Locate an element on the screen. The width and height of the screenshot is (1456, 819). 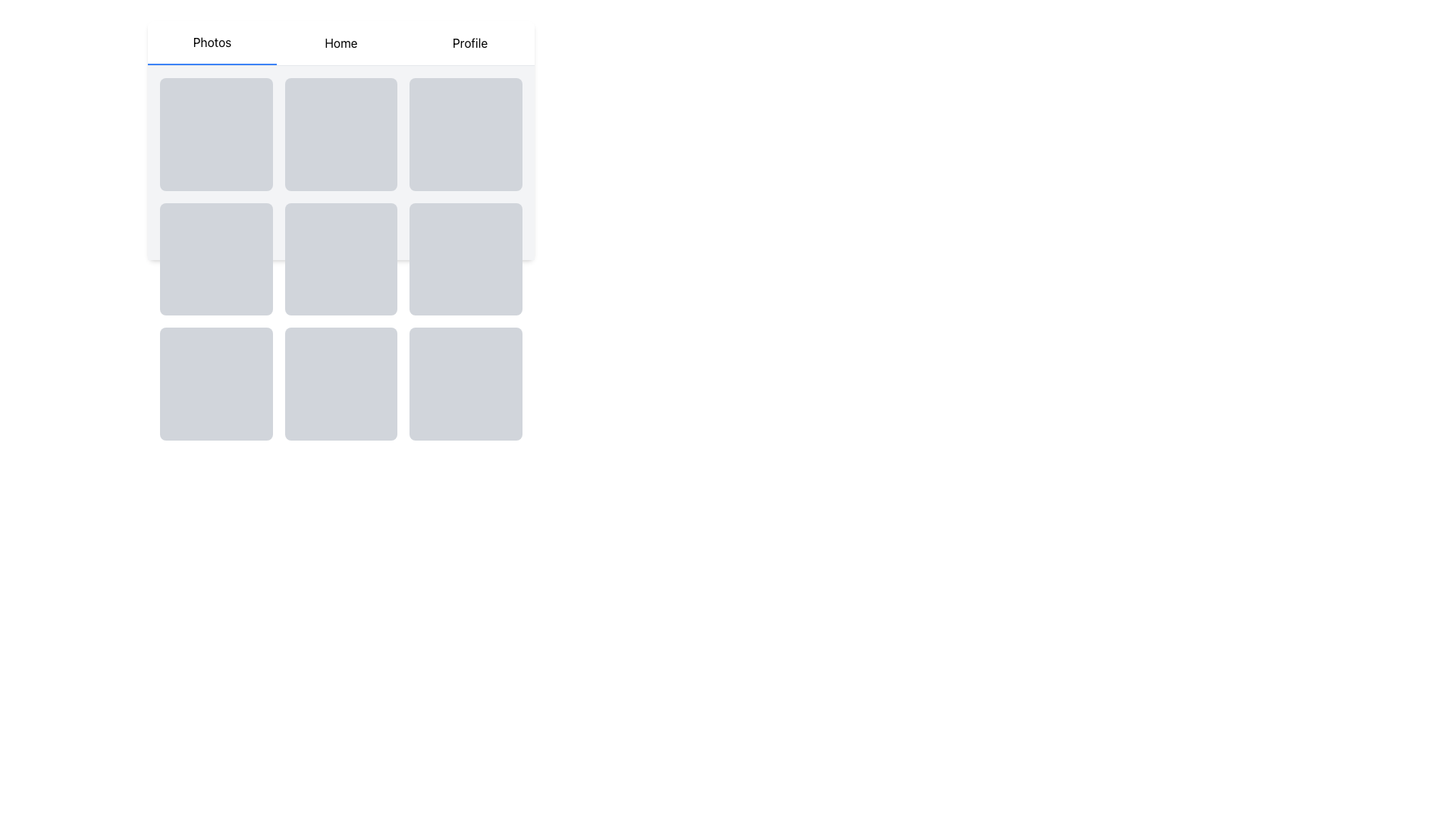
the second gray box in the first row of a 3x3 grid layout, which is a non-interactive placeholder with rounded corners is located at coordinates (340, 133).